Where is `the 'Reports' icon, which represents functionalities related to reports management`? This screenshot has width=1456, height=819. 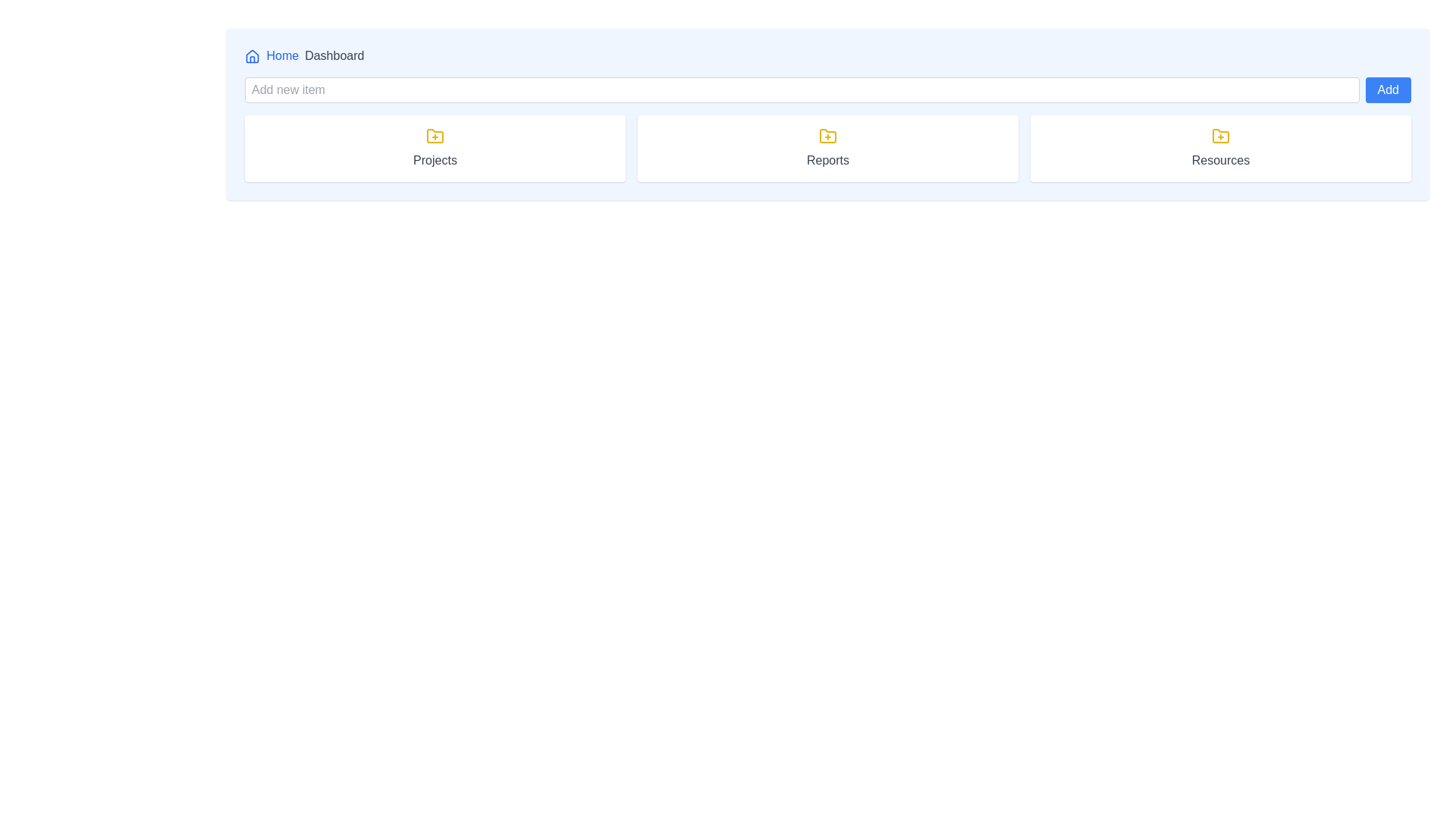
the 'Reports' icon, which represents functionalities related to reports management is located at coordinates (827, 135).